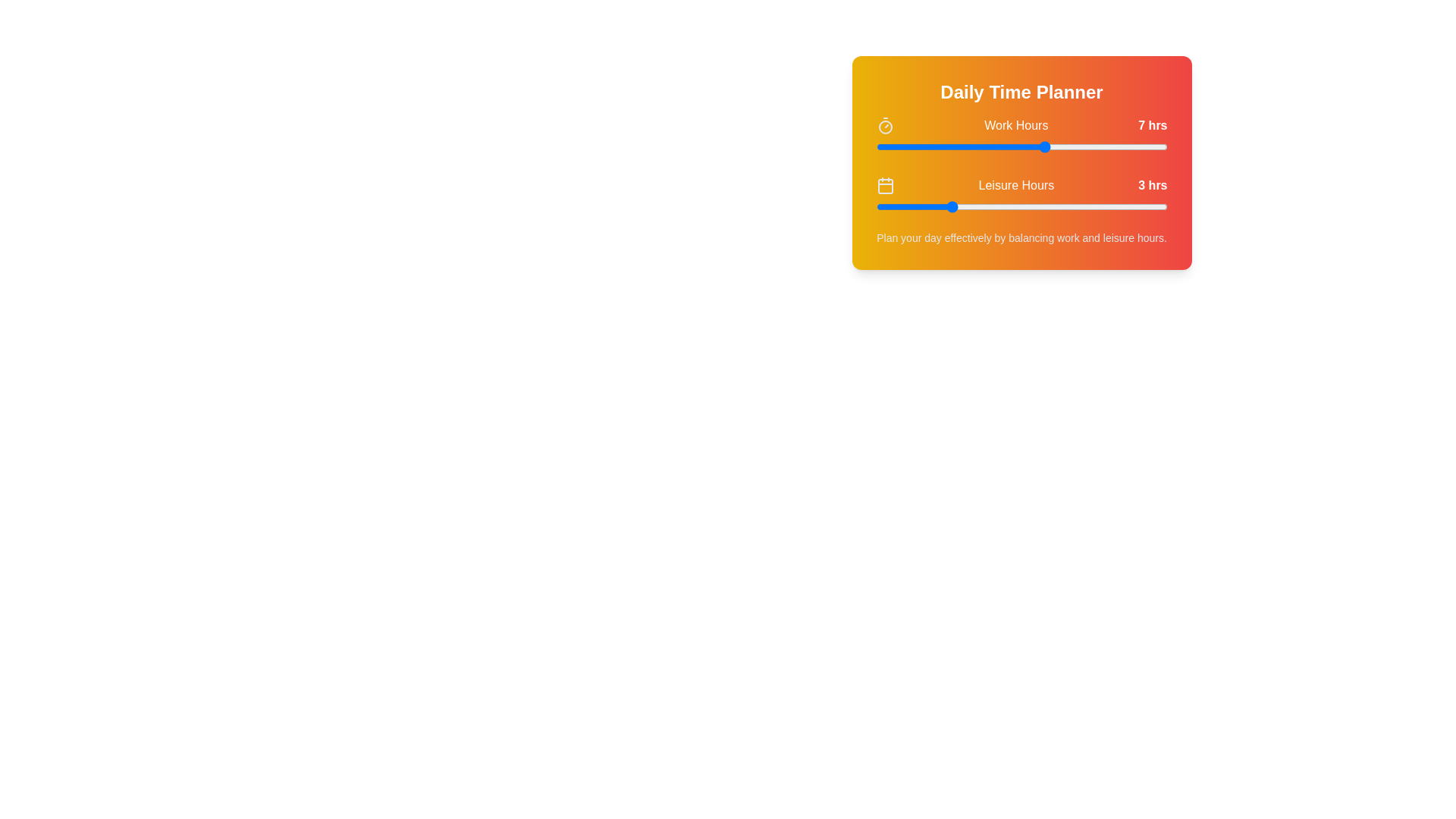  I want to click on work hours, so click(1094, 146).